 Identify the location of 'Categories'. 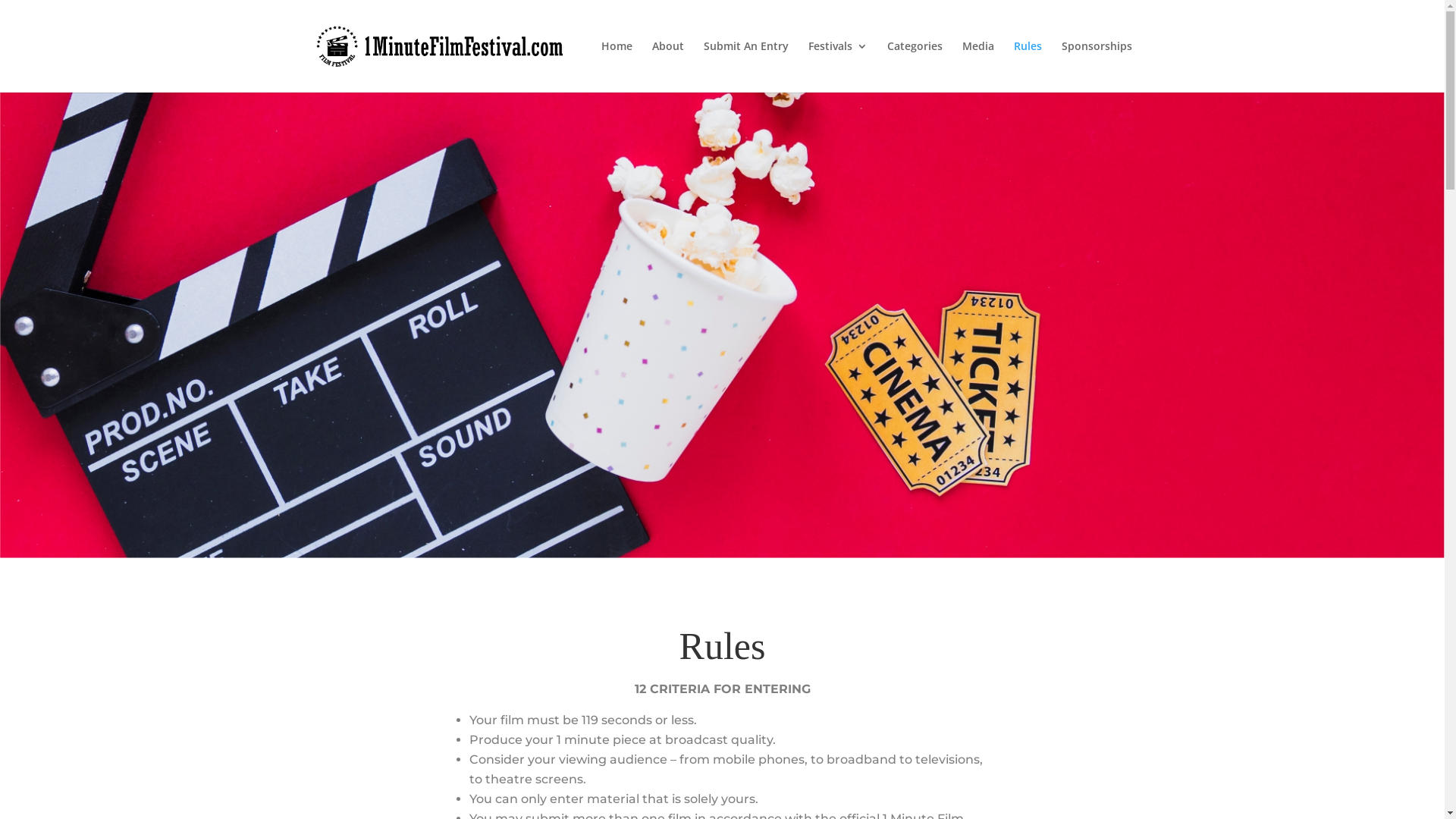
(914, 66).